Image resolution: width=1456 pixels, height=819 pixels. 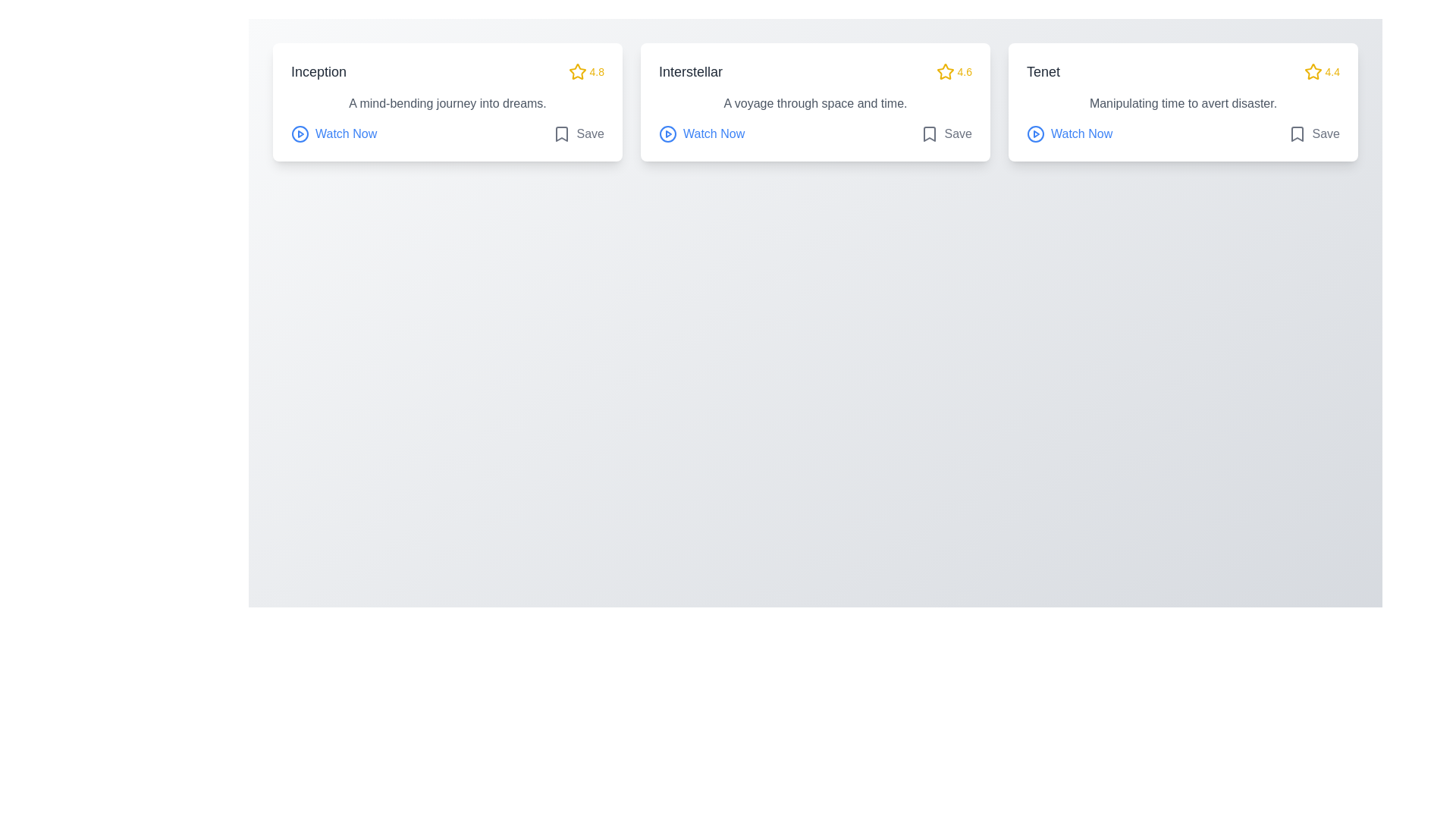 What do you see at coordinates (1296, 133) in the screenshot?
I see `the bookmark icon for the movie 'Tenet'` at bounding box center [1296, 133].